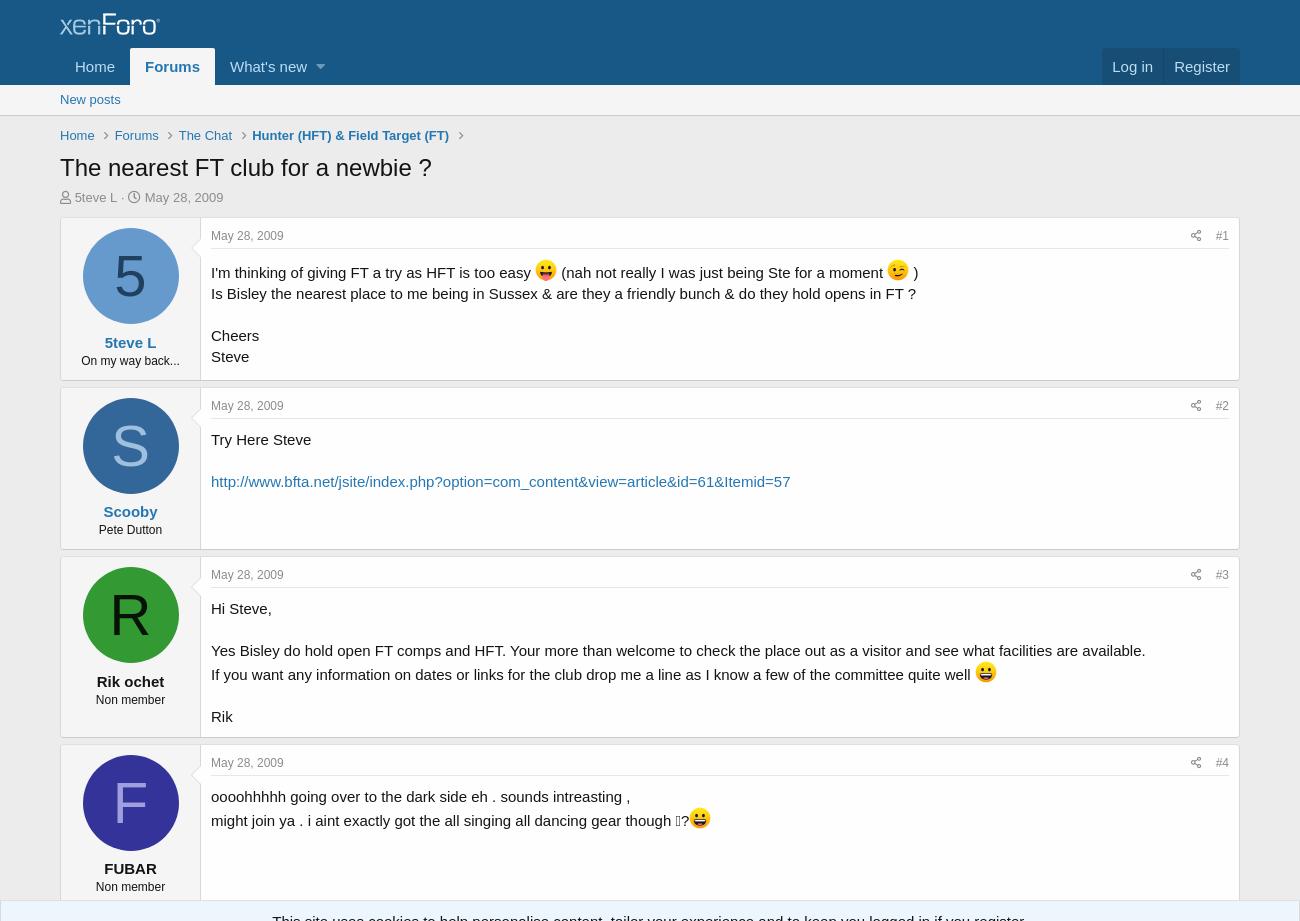 The image size is (1300, 921). I want to click on 'http://www.bfta.net/jsite/index.php?option=com_content&view=article&id=61&Itemid=57', so click(500, 479).